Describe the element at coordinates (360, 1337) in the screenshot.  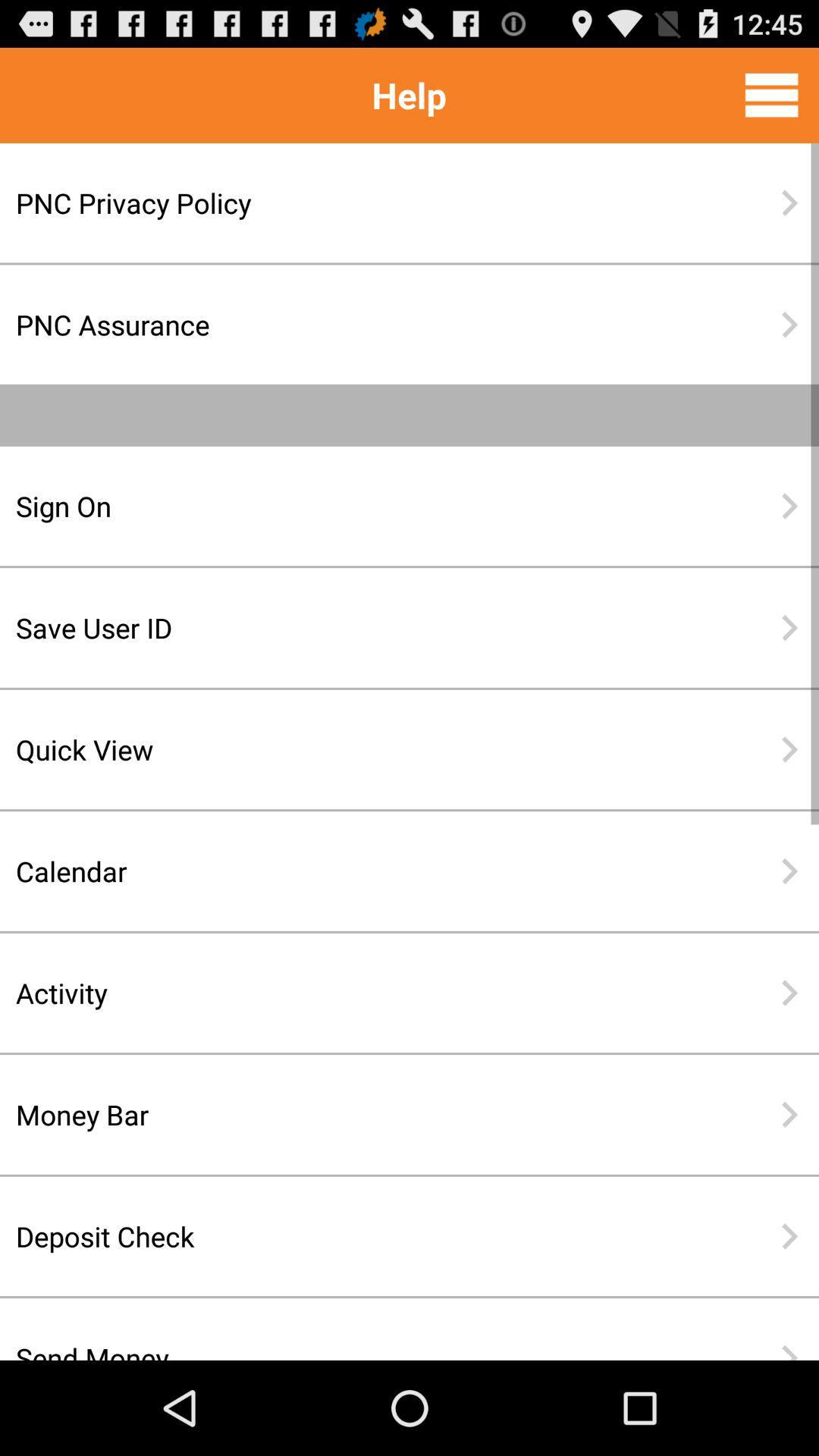
I see `the icon below deposit check` at that location.